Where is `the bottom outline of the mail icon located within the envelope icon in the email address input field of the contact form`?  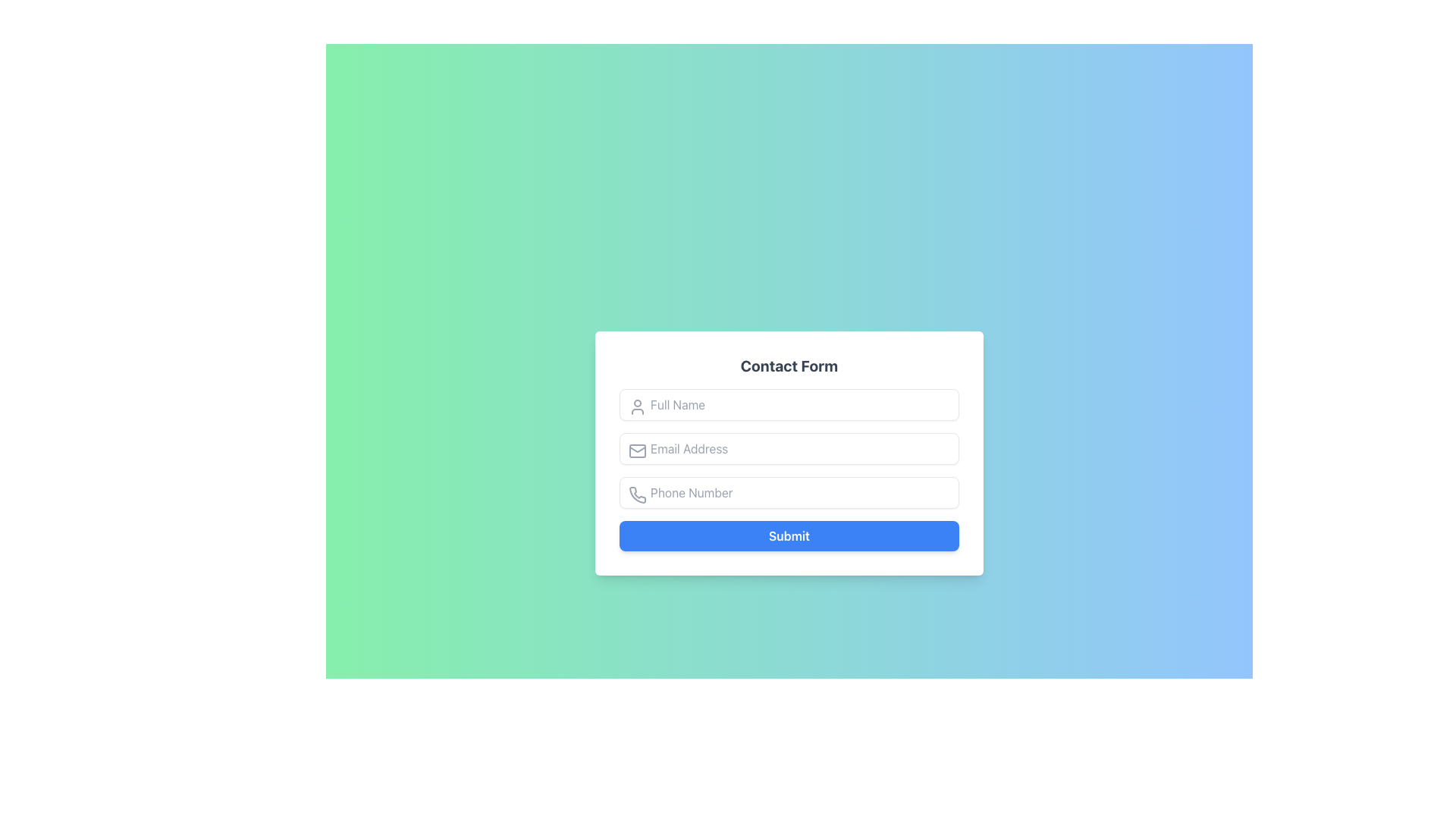 the bottom outline of the mail icon located within the envelope icon in the email address input field of the contact form is located at coordinates (637, 447).